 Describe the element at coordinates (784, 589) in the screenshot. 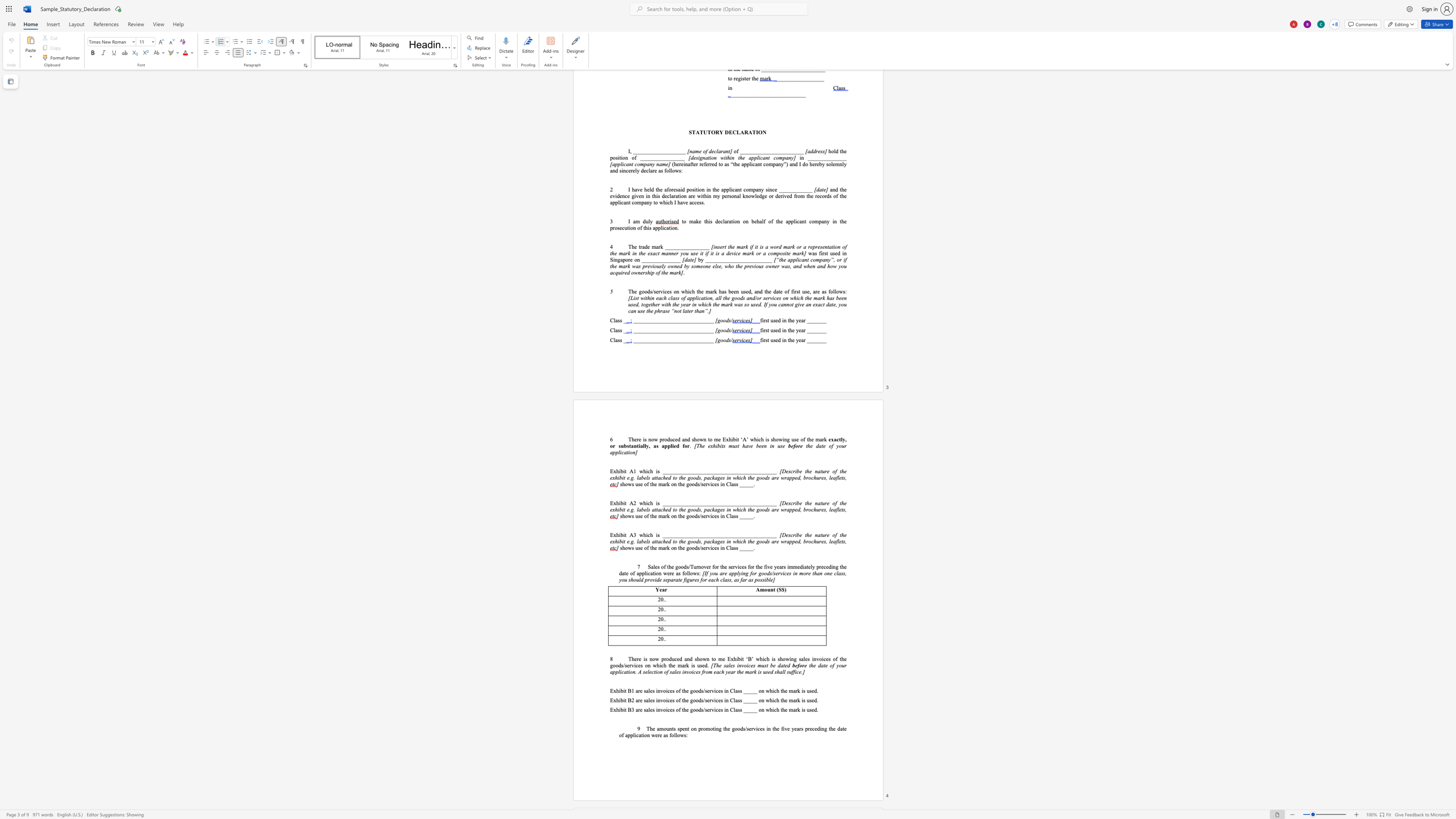

I see `the space between the continuous character "$" and ")" in the text` at that location.